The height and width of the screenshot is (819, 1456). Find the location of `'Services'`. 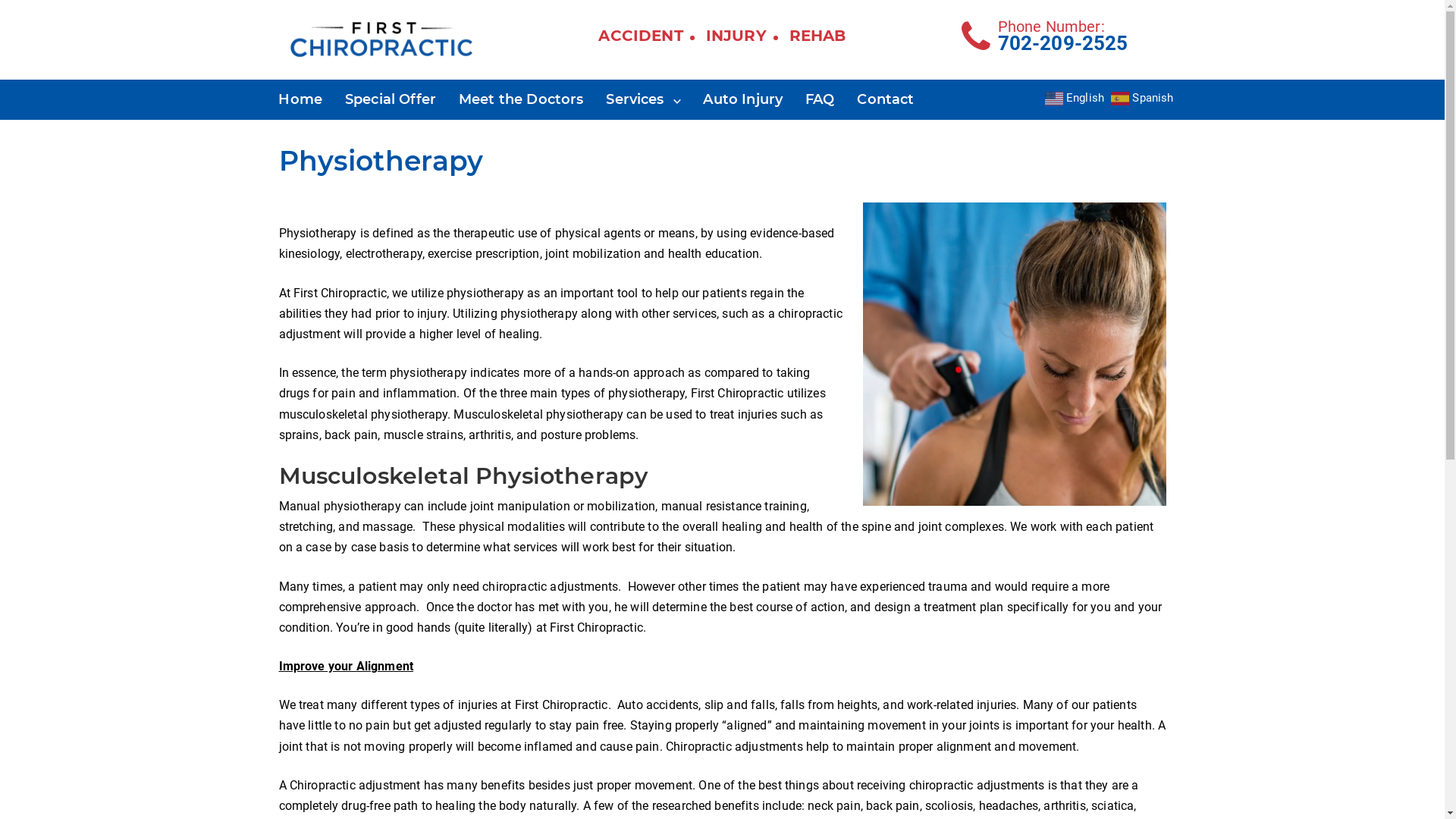

'Services' is located at coordinates (643, 99).